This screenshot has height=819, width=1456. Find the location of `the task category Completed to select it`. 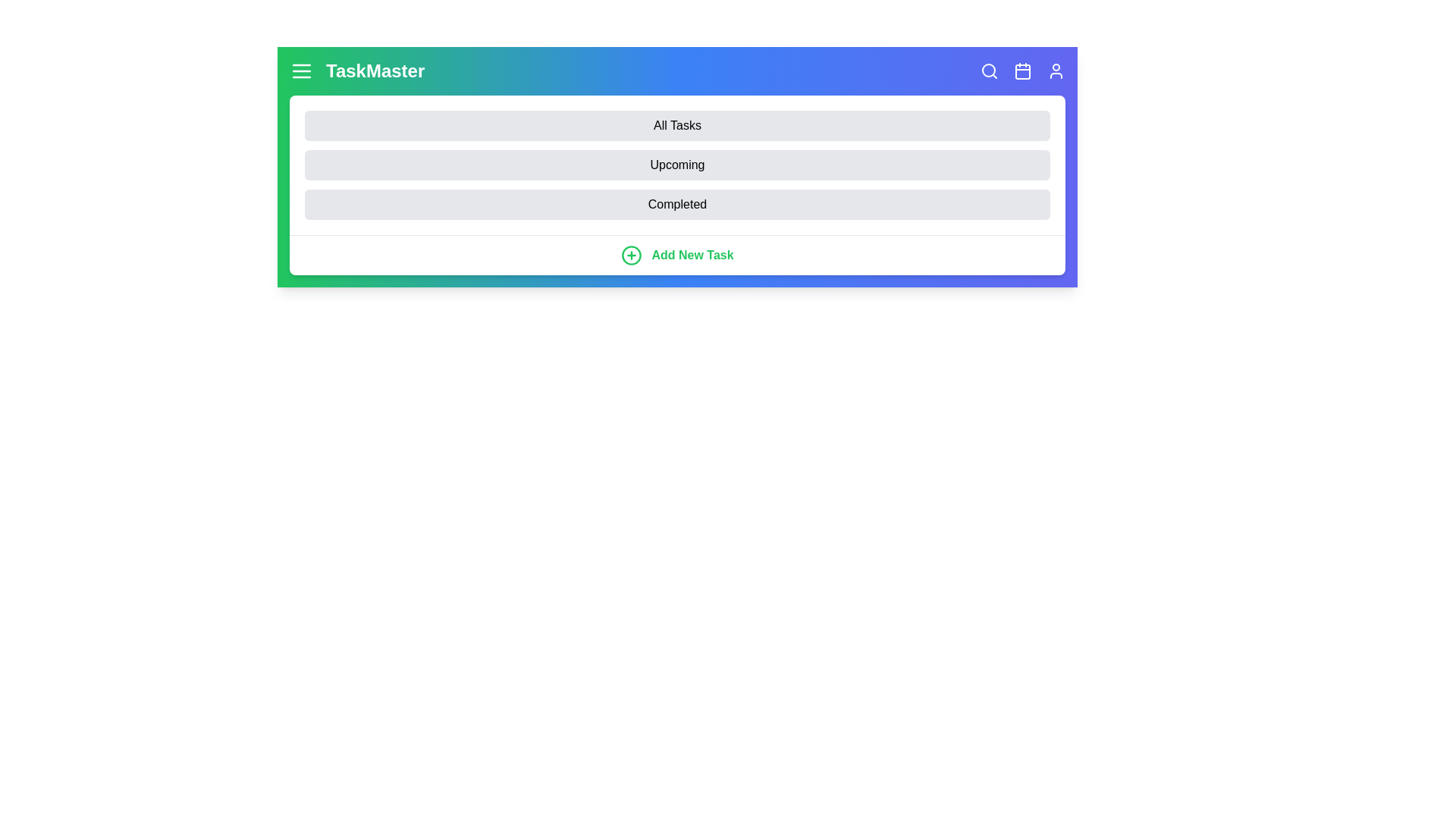

the task category Completed to select it is located at coordinates (676, 205).